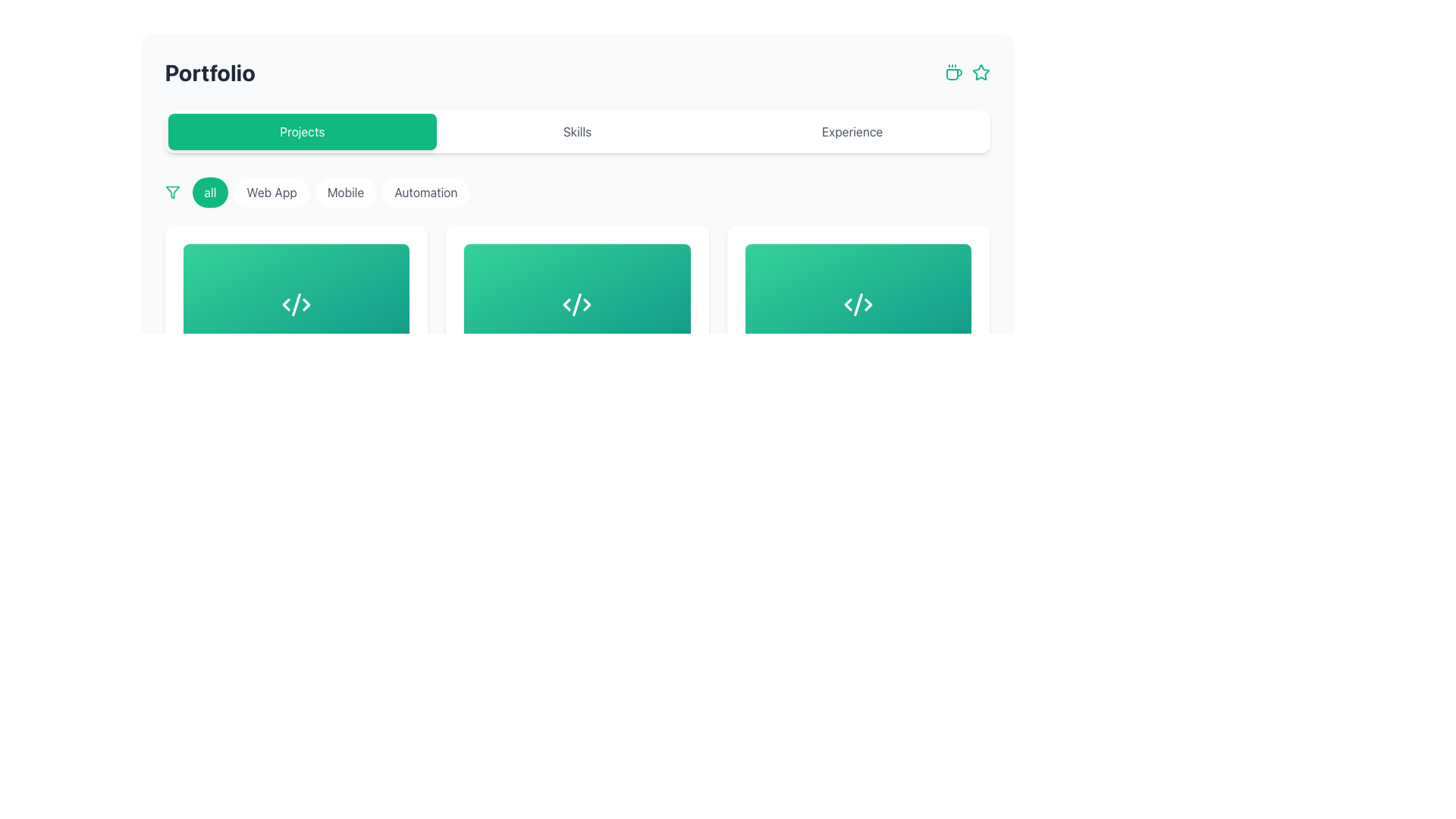 The width and height of the screenshot is (1456, 819). I want to click on the third card in the horizontal list of project cards located under the 'Projects' tab, which serves as a visual entry point for exploring project details, so click(858, 304).